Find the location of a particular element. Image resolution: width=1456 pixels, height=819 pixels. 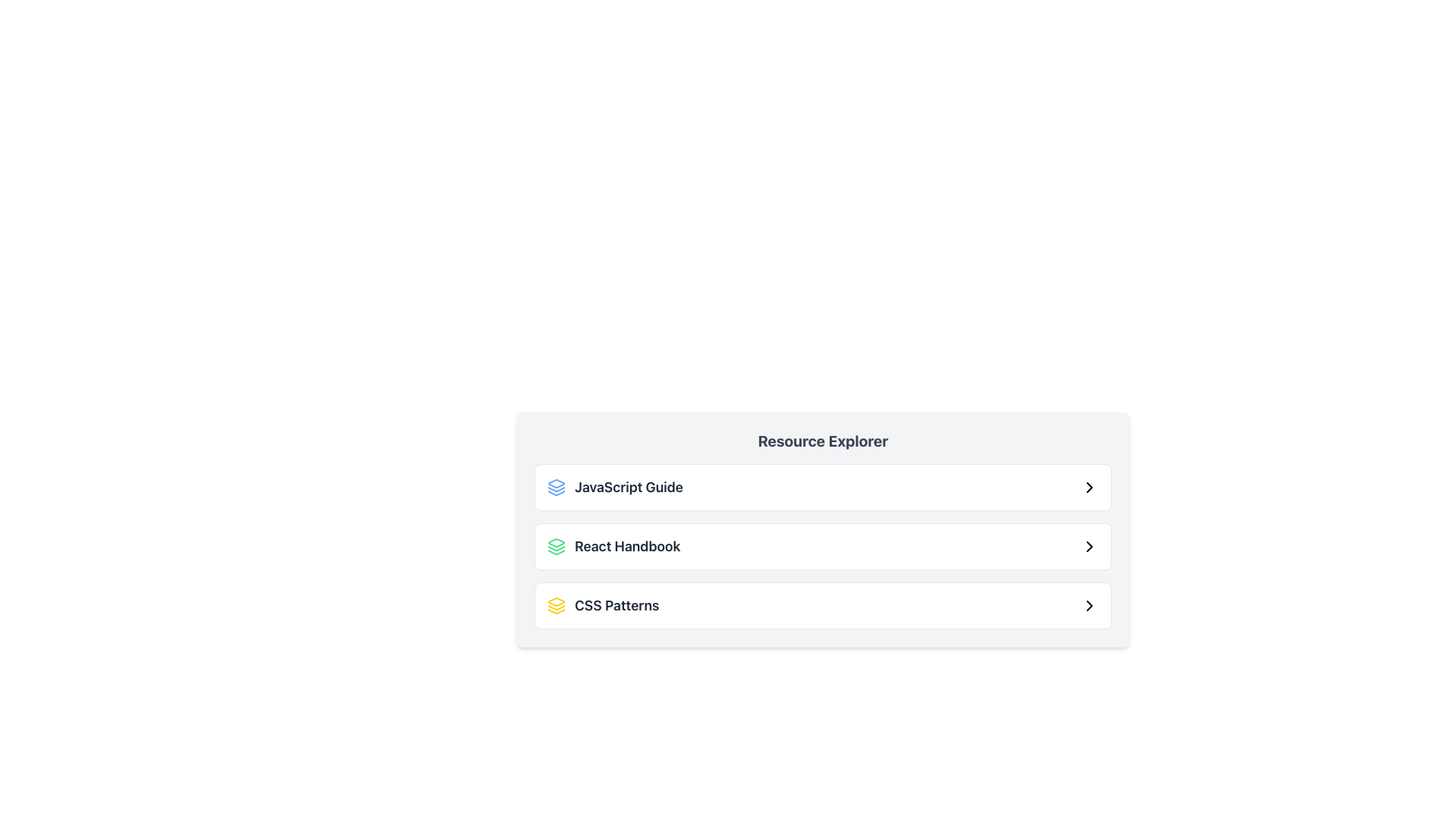

the rightwards chevron icon located at the far-right of the 'JavaScript Guide' list item in the 'Resource Explorer' section is located at coordinates (1088, 488).